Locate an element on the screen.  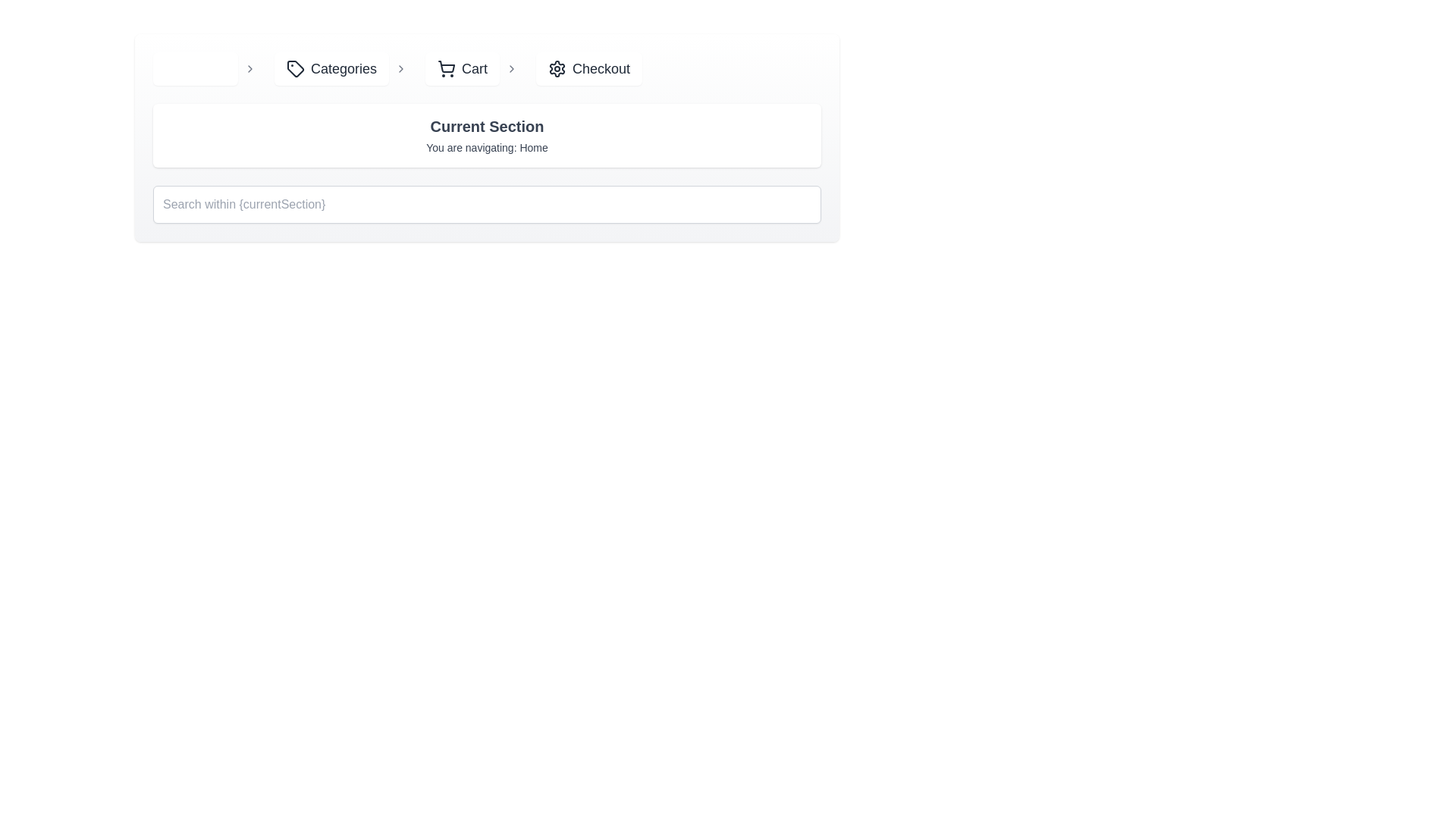
the text block containing navigational information, which has a gradient background, rounded corners, and displays 'Current Section' and 'You are navigating: Home.' is located at coordinates (487, 137).